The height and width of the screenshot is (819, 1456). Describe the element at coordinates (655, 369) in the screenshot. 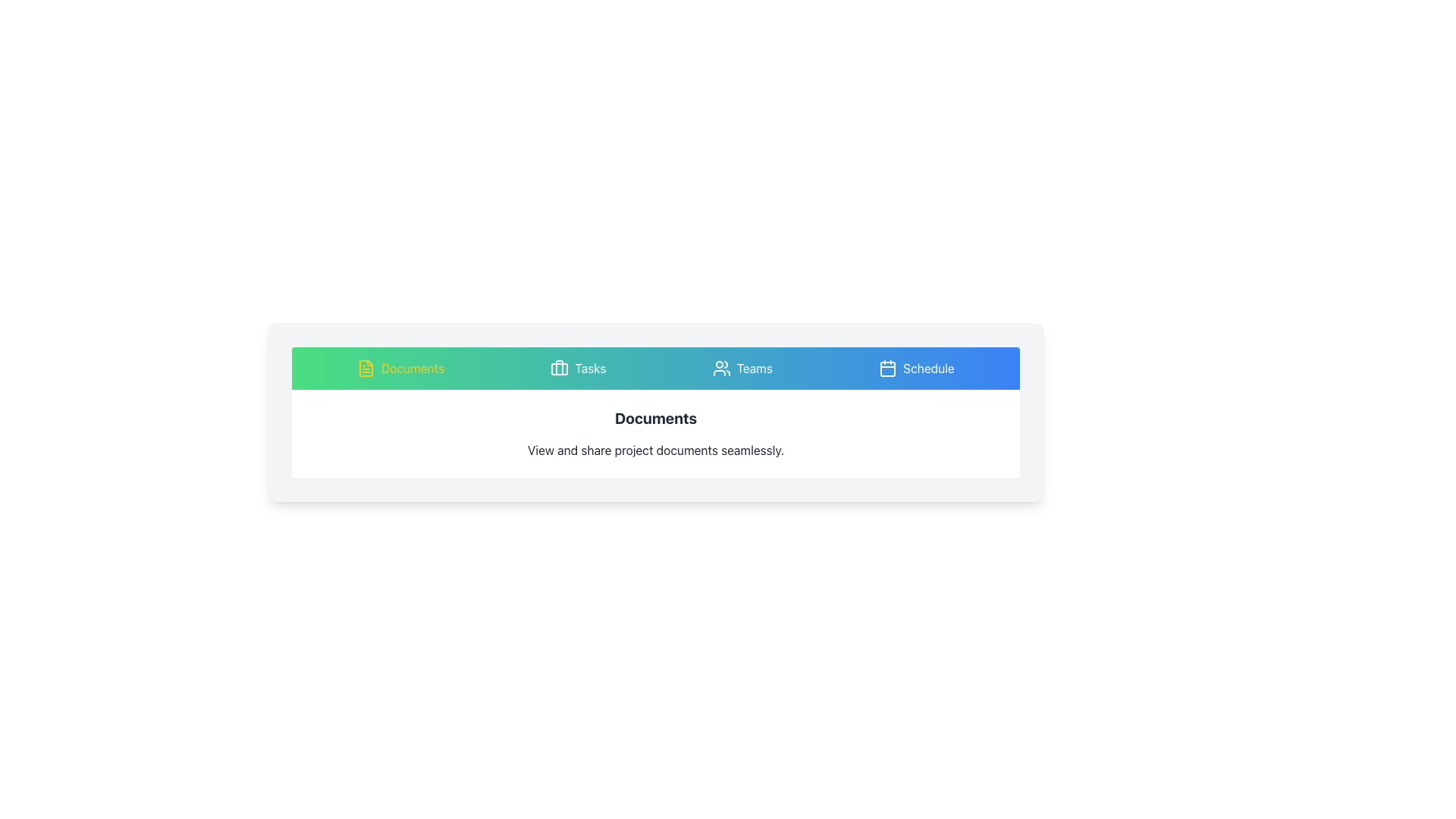

I see `a tab in the Navigation Bar` at that location.